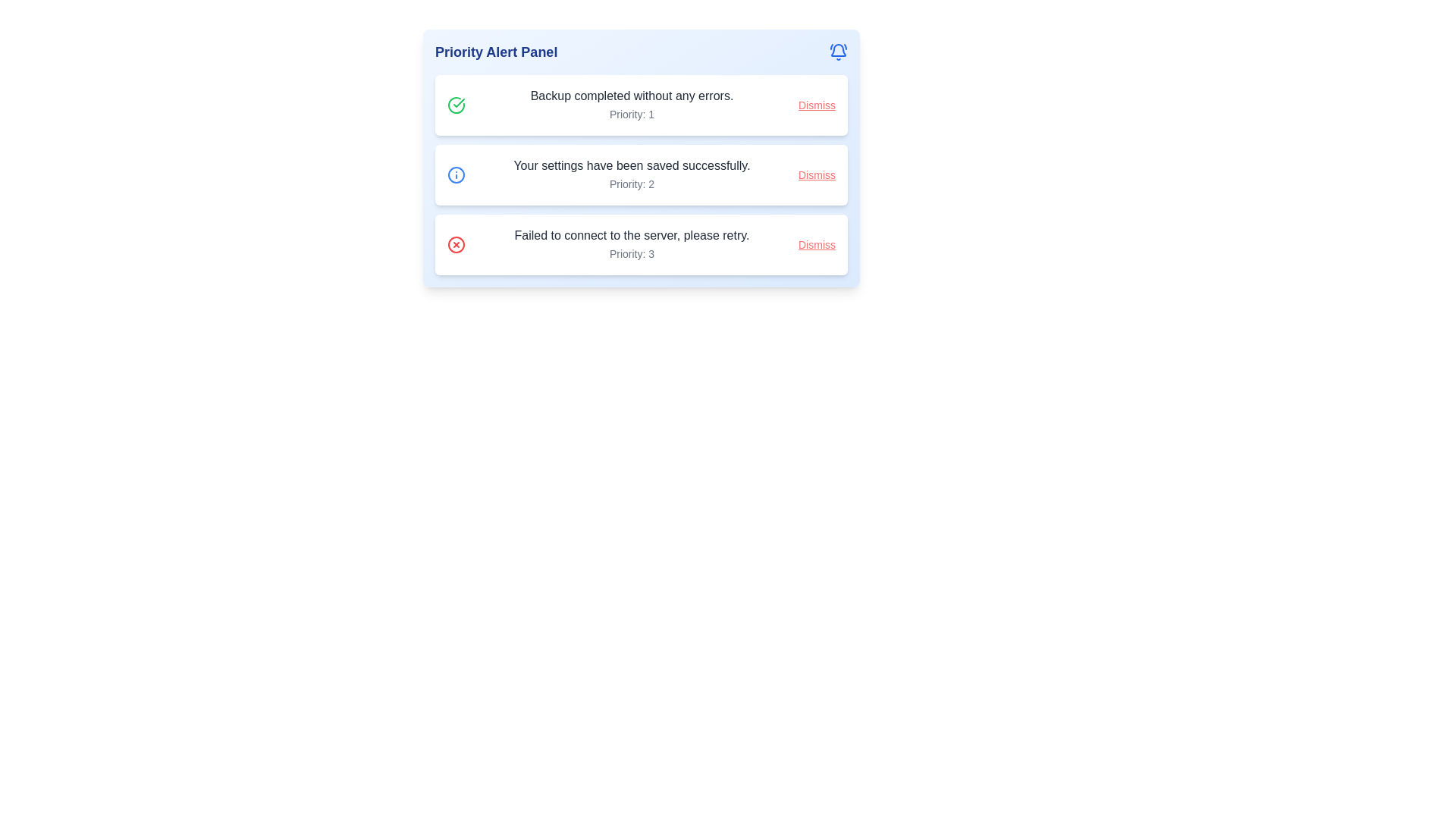 This screenshot has height=819, width=1456. Describe the element at coordinates (632, 113) in the screenshot. I see `the text label displaying 'Priority: 1', which is styled in a smaller gray font and is positioned below the main text of the alert in the 'Priority Alert Panel'` at that location.